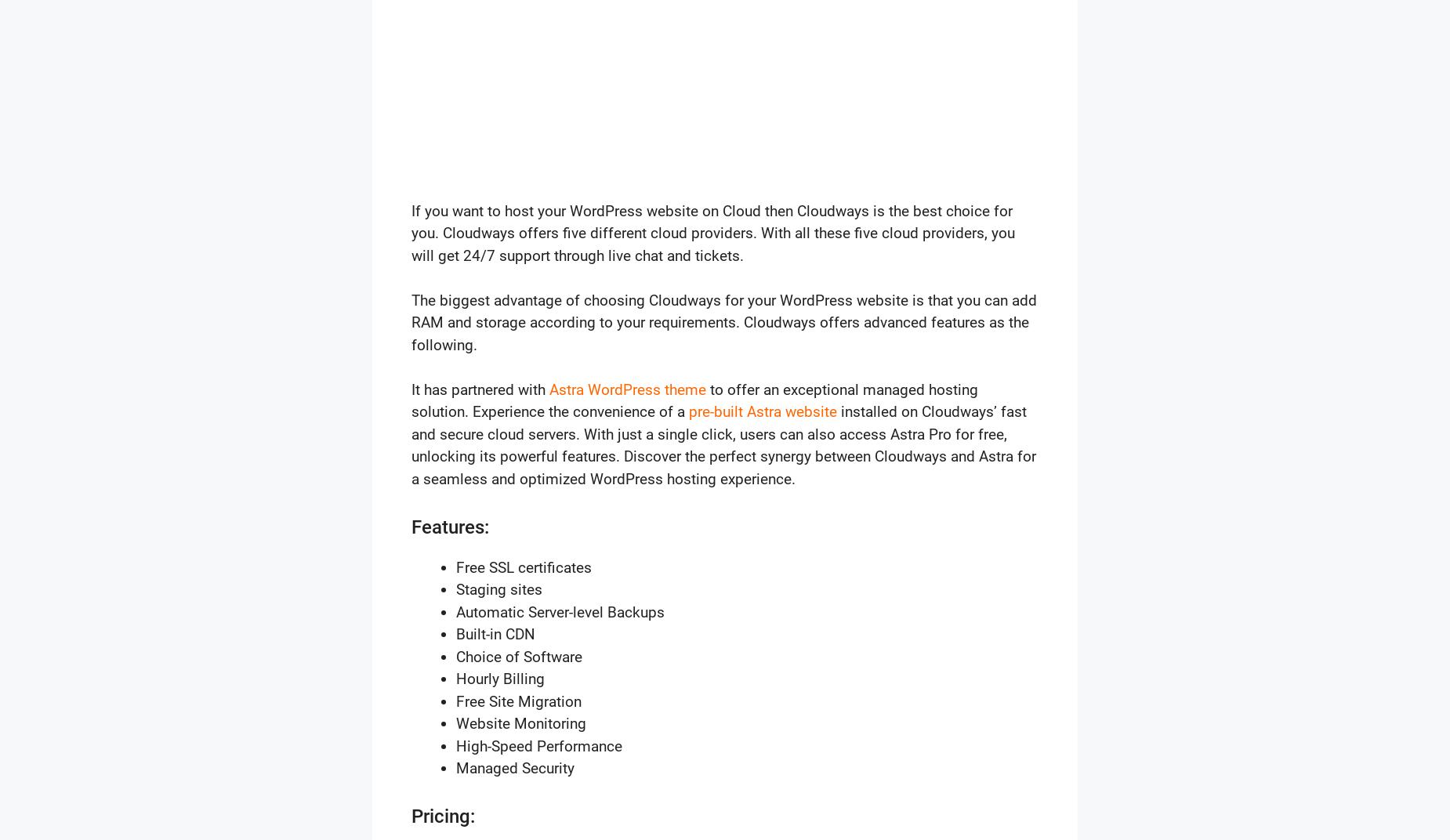 This screenshot has width=1450, height=840. I want to click on 'Staging sites', so click(456, 589).